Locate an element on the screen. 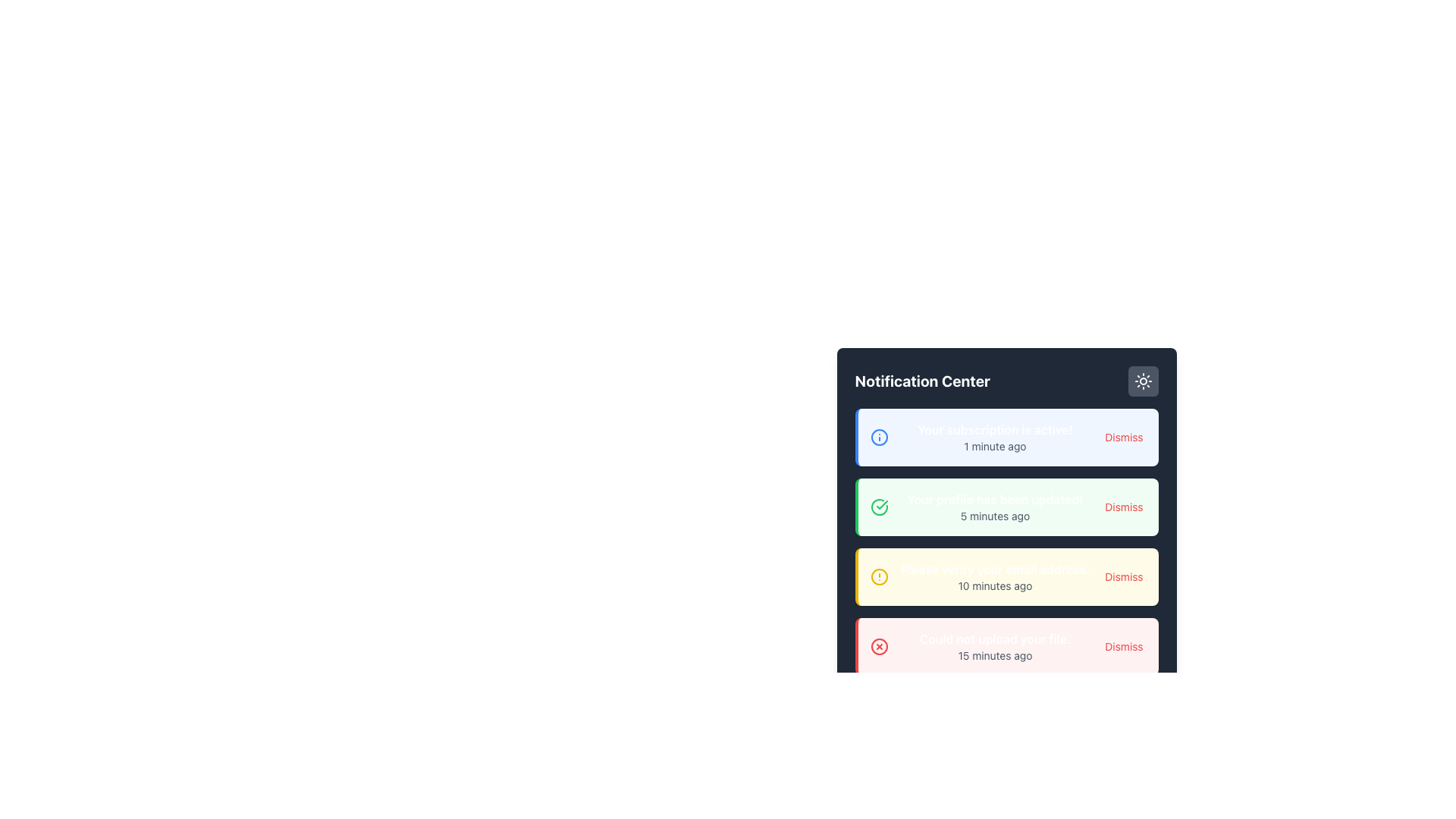  timestamp information from the text label displaying '1 minute ago' in the Notification Center, located slightly to the right of the message 'Your subscription is active!' is located at coordinates (995, 446).